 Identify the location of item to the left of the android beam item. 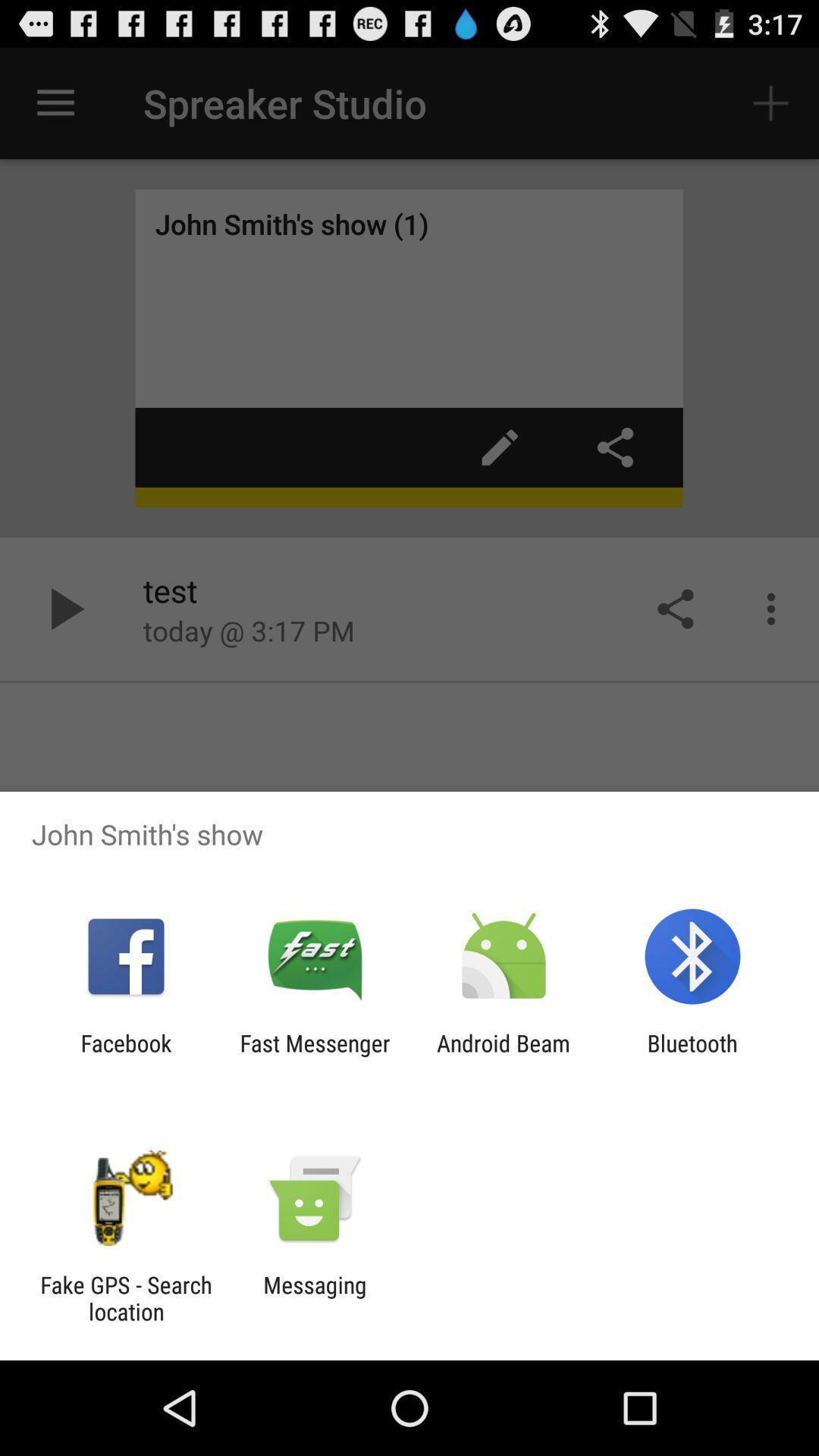
(314, 1056).